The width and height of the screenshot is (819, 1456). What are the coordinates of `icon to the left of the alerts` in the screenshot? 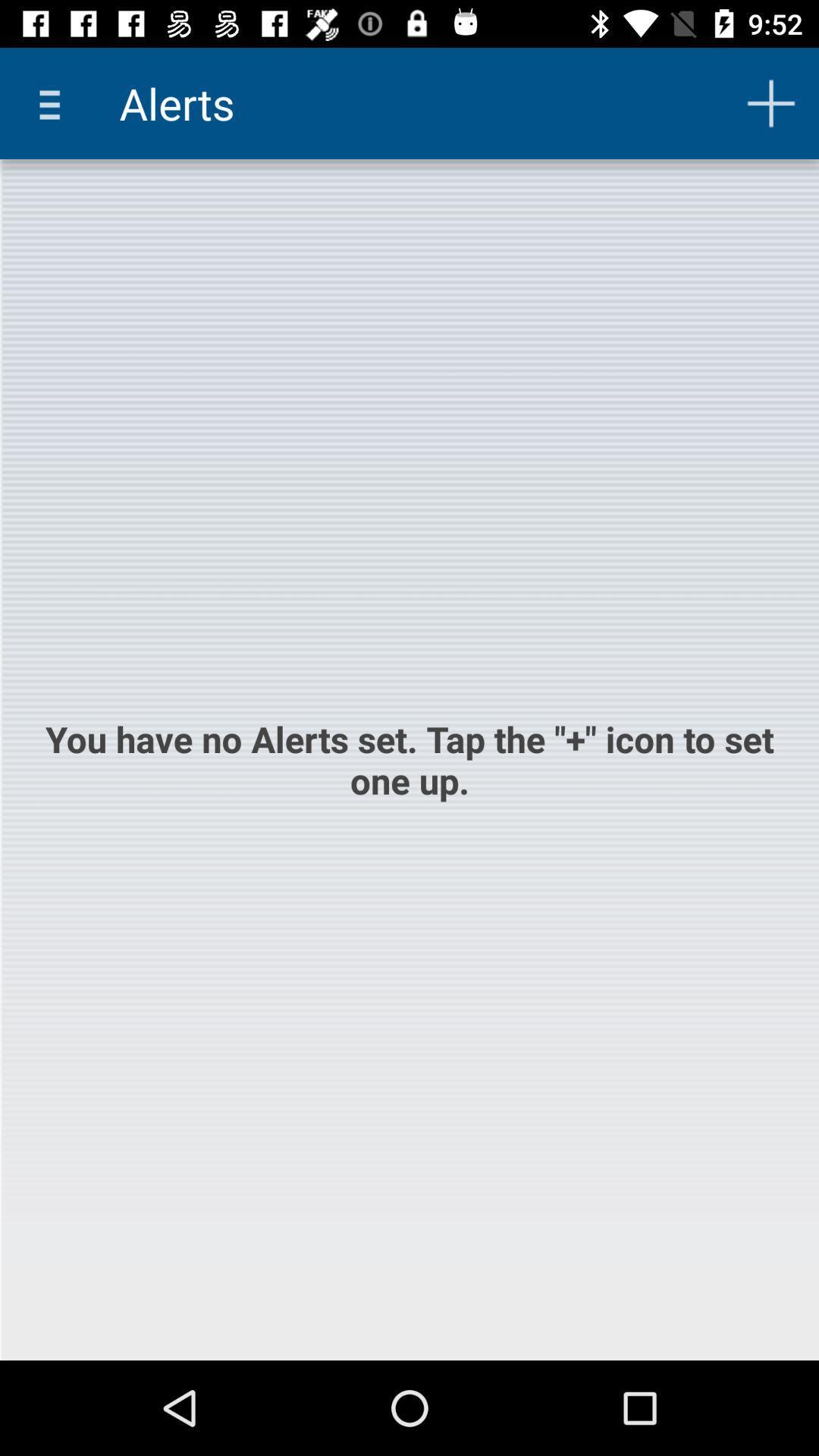 It's located at (55, 102).